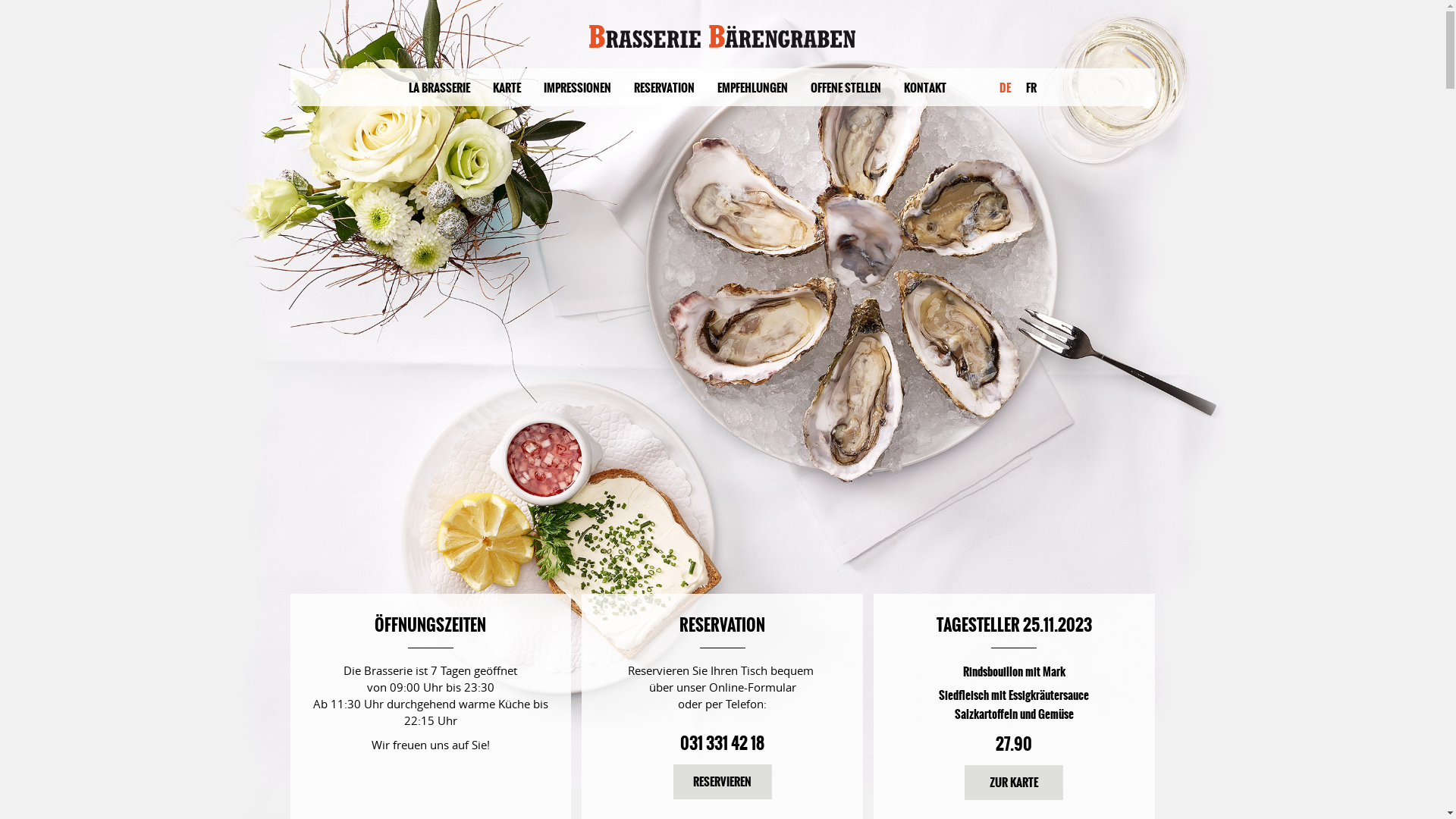  What do you see at coordinates (1015, 87) in the screenshot?
I see `'FR'` at bounding box center [1015, 87].